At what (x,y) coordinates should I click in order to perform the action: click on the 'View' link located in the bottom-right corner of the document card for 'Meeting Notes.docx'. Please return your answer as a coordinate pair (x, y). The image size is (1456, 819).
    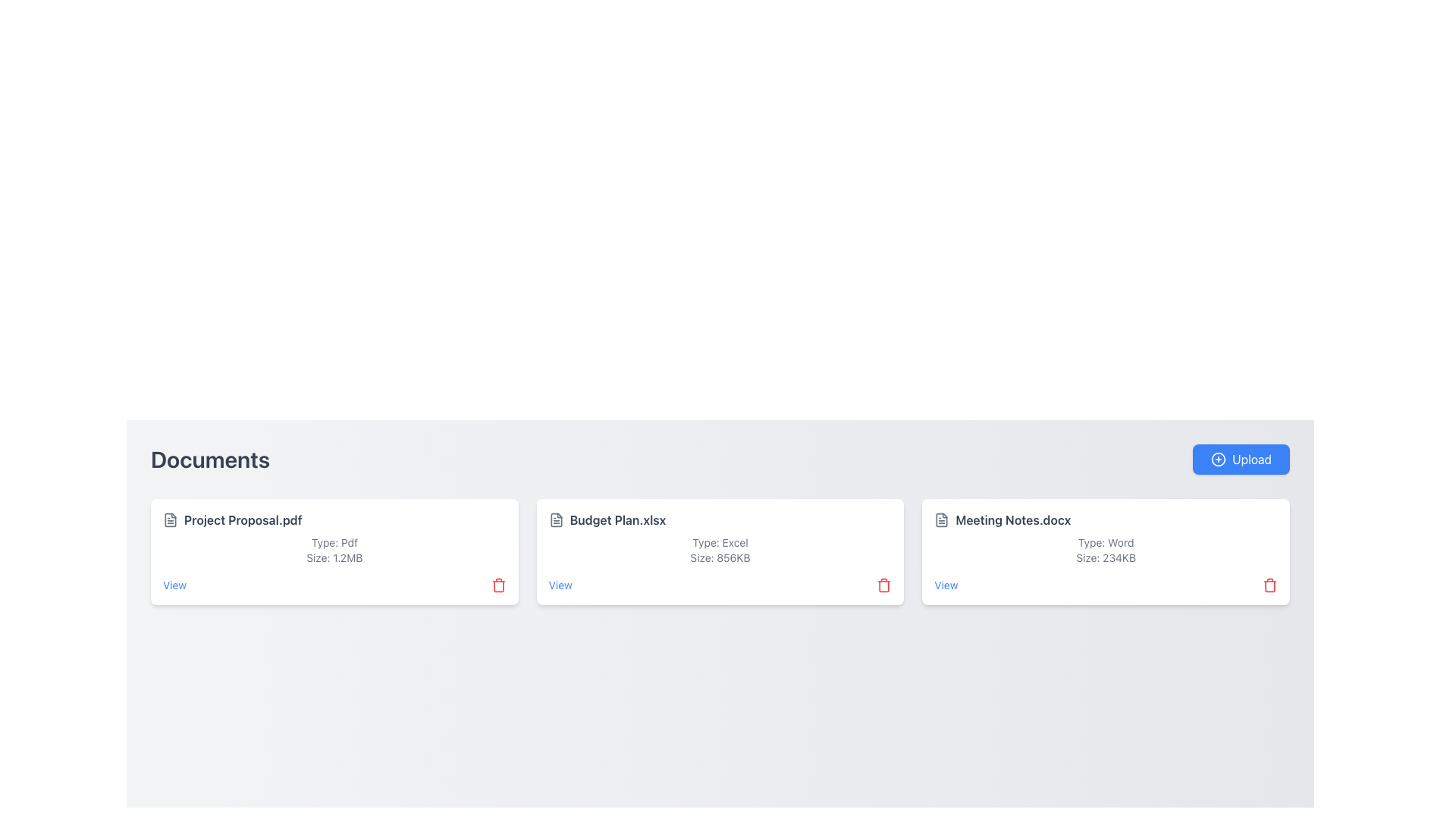
    Looking at the image, I should click on (945, 584).